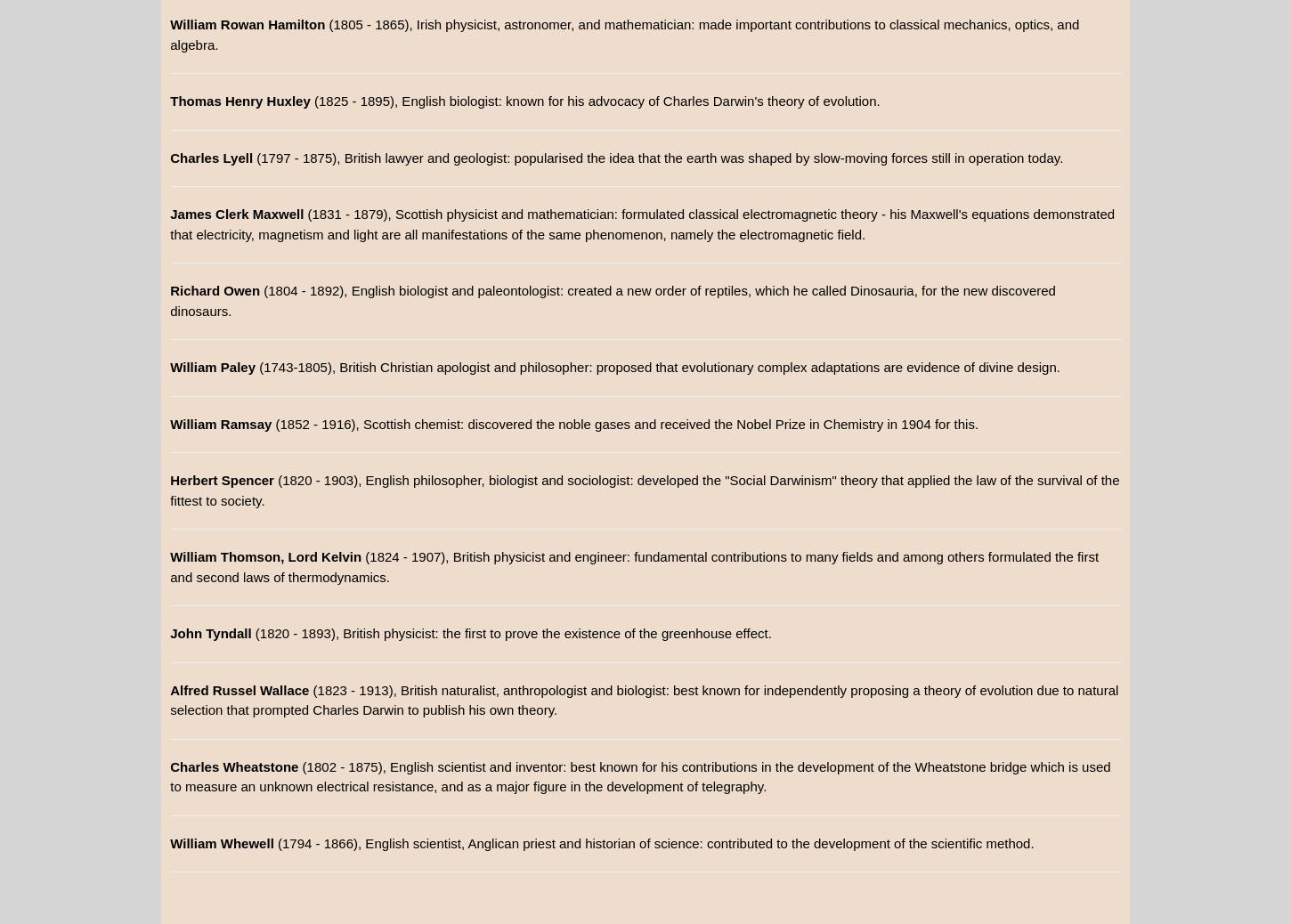 This screenshot has width=1291, height=924. What do you see at coordinates (643, 489) in the screenshot?
I see `'(1820 - 1903), English philosopher, biologist and sociologist: developed the "Social Darwinism" theory that applied the law of the survival of the fittest to society.'` at bounding box center [643, 489].